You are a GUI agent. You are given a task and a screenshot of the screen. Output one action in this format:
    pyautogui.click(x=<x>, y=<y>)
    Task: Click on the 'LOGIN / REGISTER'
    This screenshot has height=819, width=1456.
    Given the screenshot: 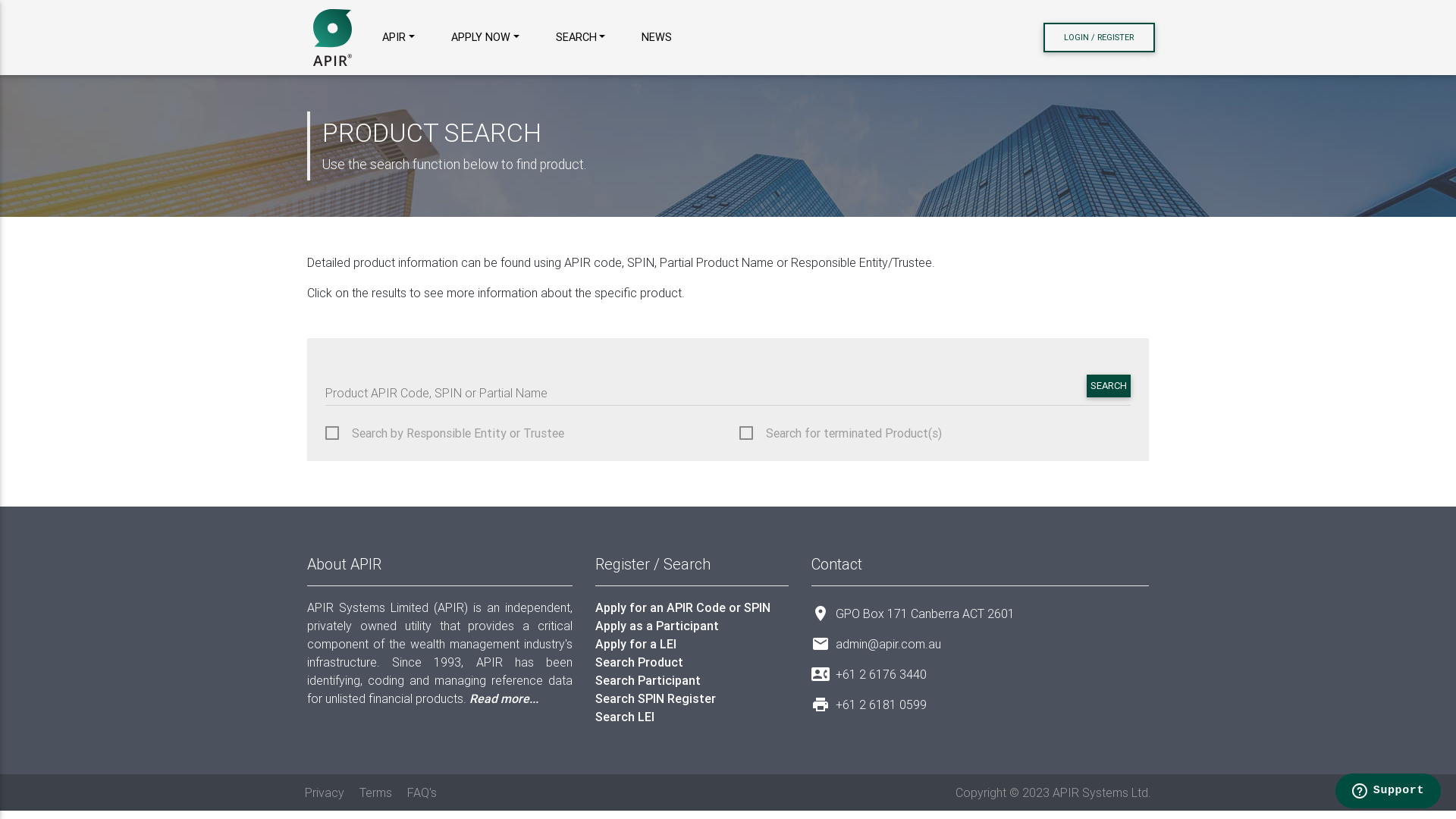 What is the action you would take?
    pyautogui.click(x=1043, y=36)
    